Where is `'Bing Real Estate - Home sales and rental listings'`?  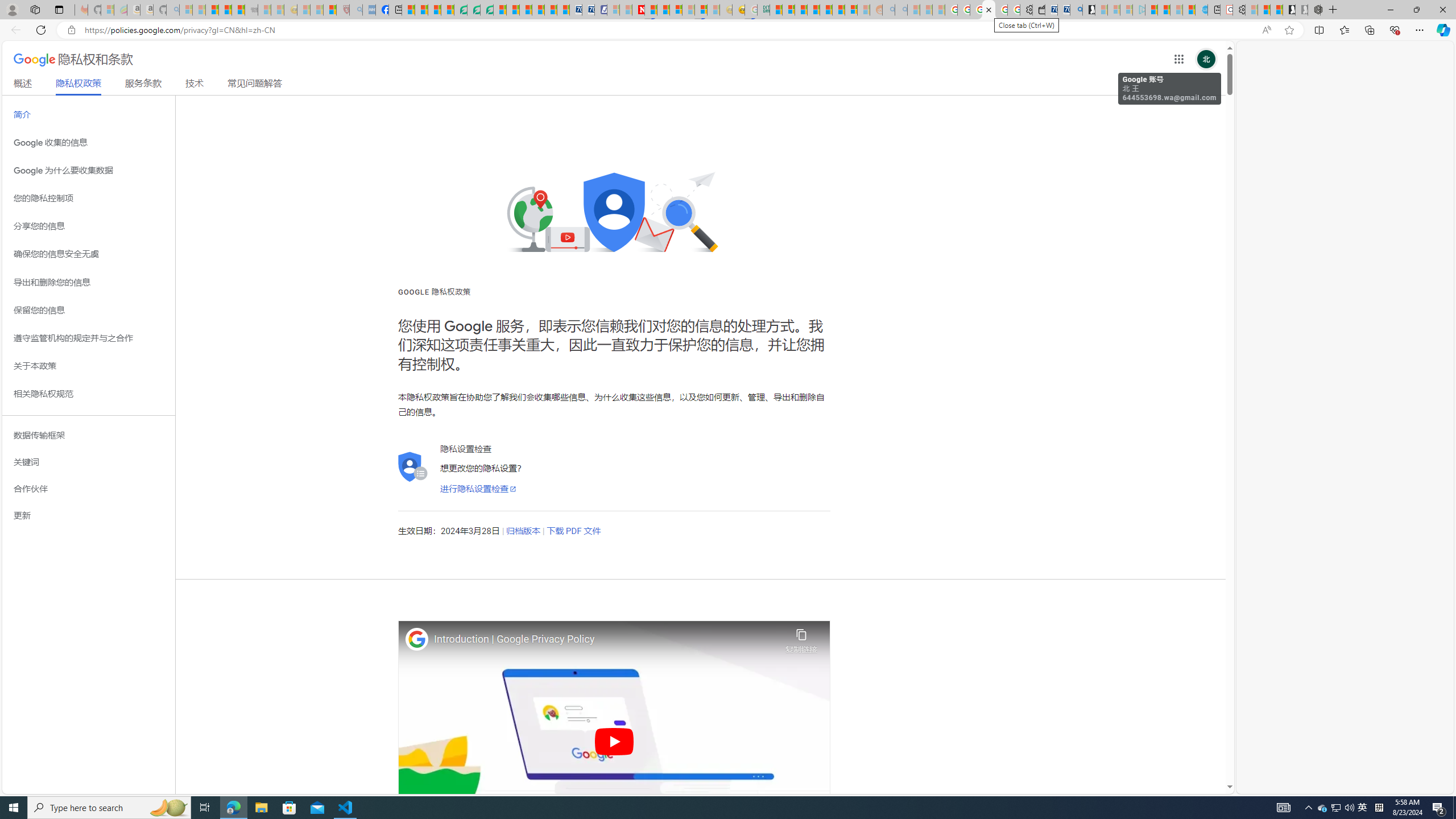
'Bing Real Estate - Home sales and rental listings' is located at coordinates (1076, 9).